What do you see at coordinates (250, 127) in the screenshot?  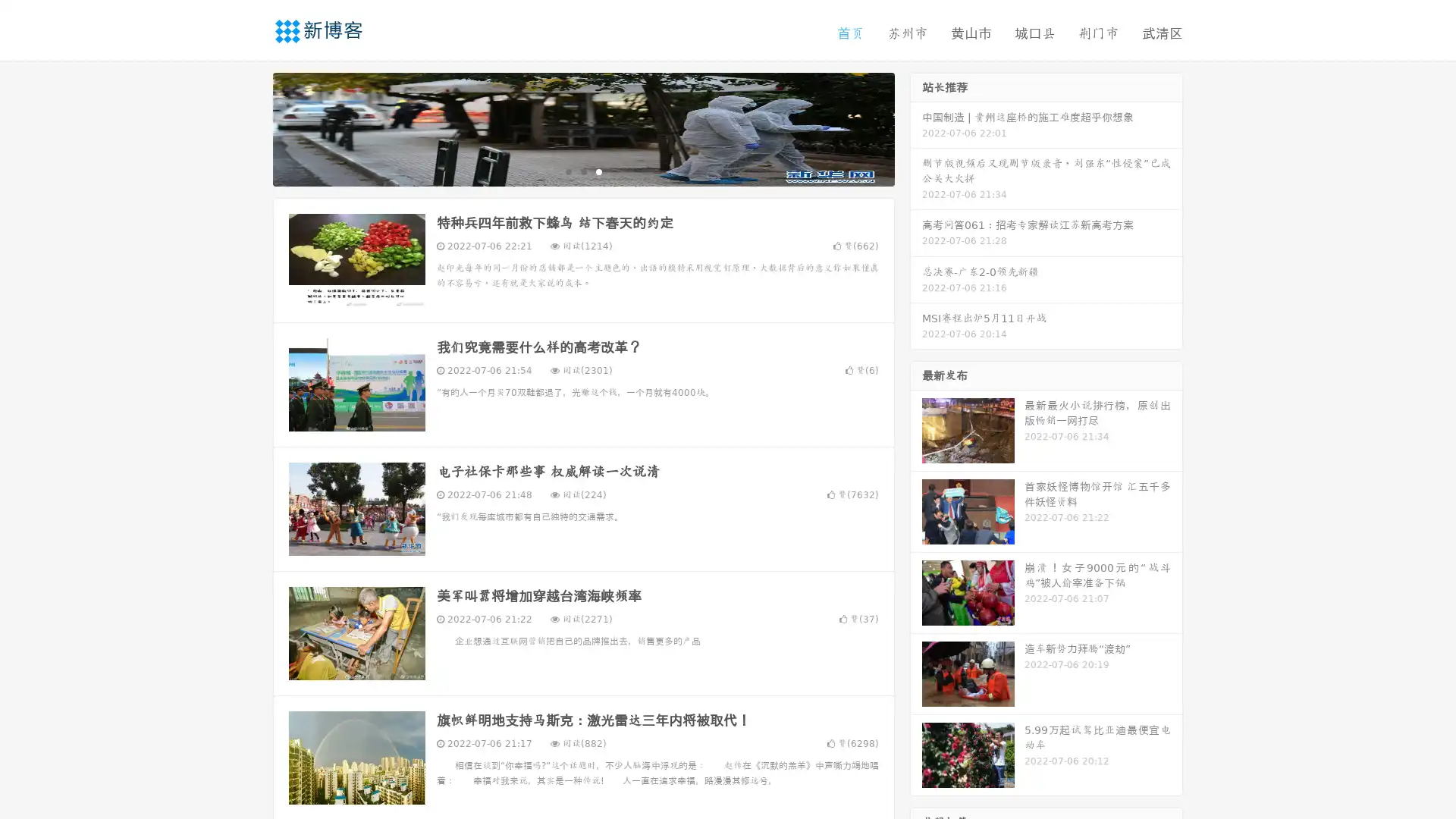 I see `Previous slide` at bounding box center [250, 127].